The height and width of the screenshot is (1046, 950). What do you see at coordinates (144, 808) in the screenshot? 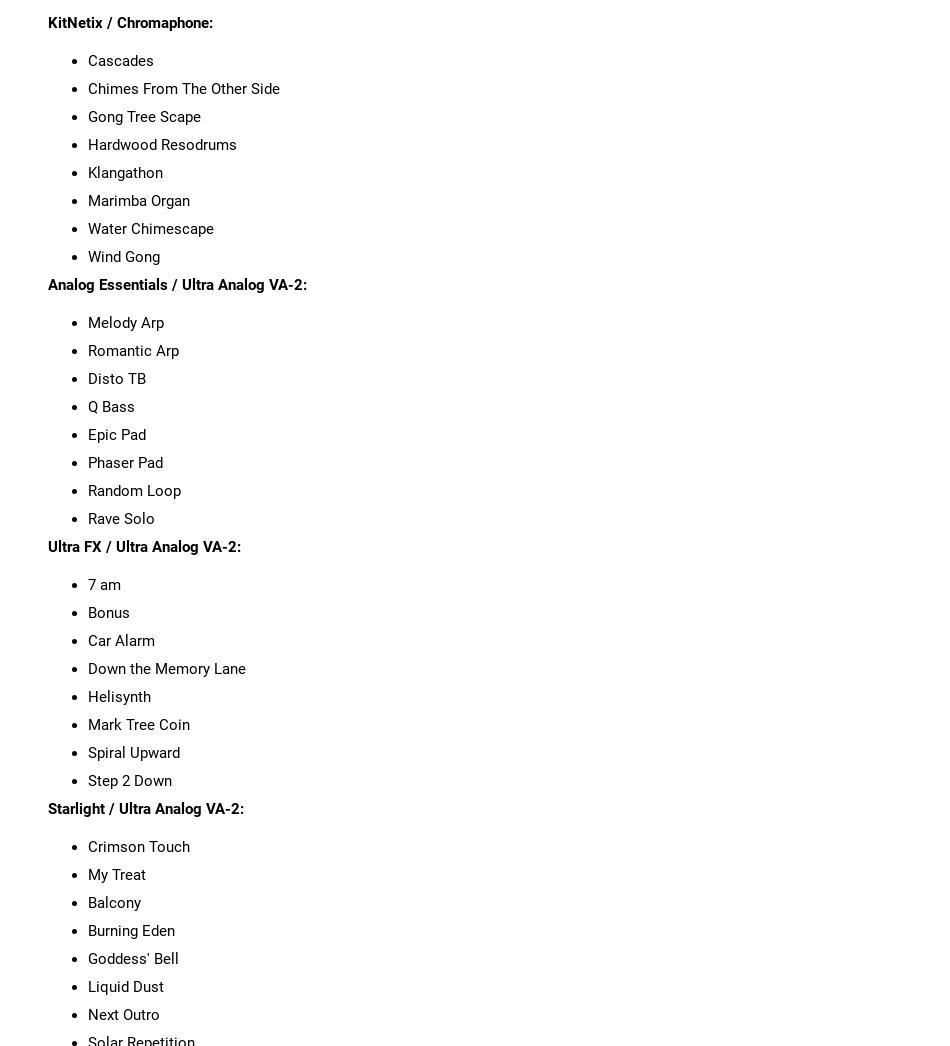
I see `'Starlight / Ultra Analog VA-2:'` at bounding box center [144, 808].